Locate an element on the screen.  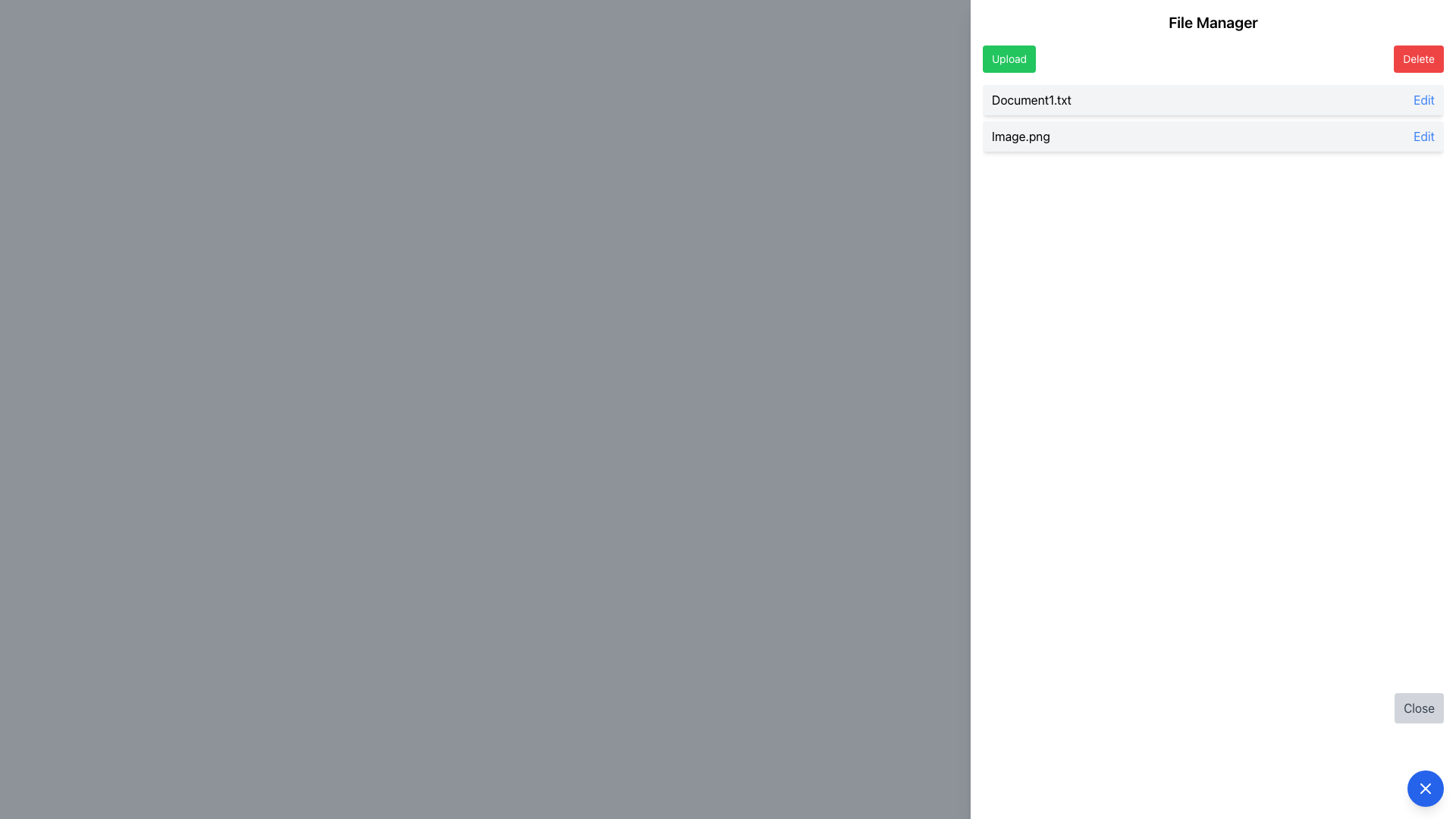
the 'Close' button located at the bottom-right of the interface is located at coordinates (1418, 708).